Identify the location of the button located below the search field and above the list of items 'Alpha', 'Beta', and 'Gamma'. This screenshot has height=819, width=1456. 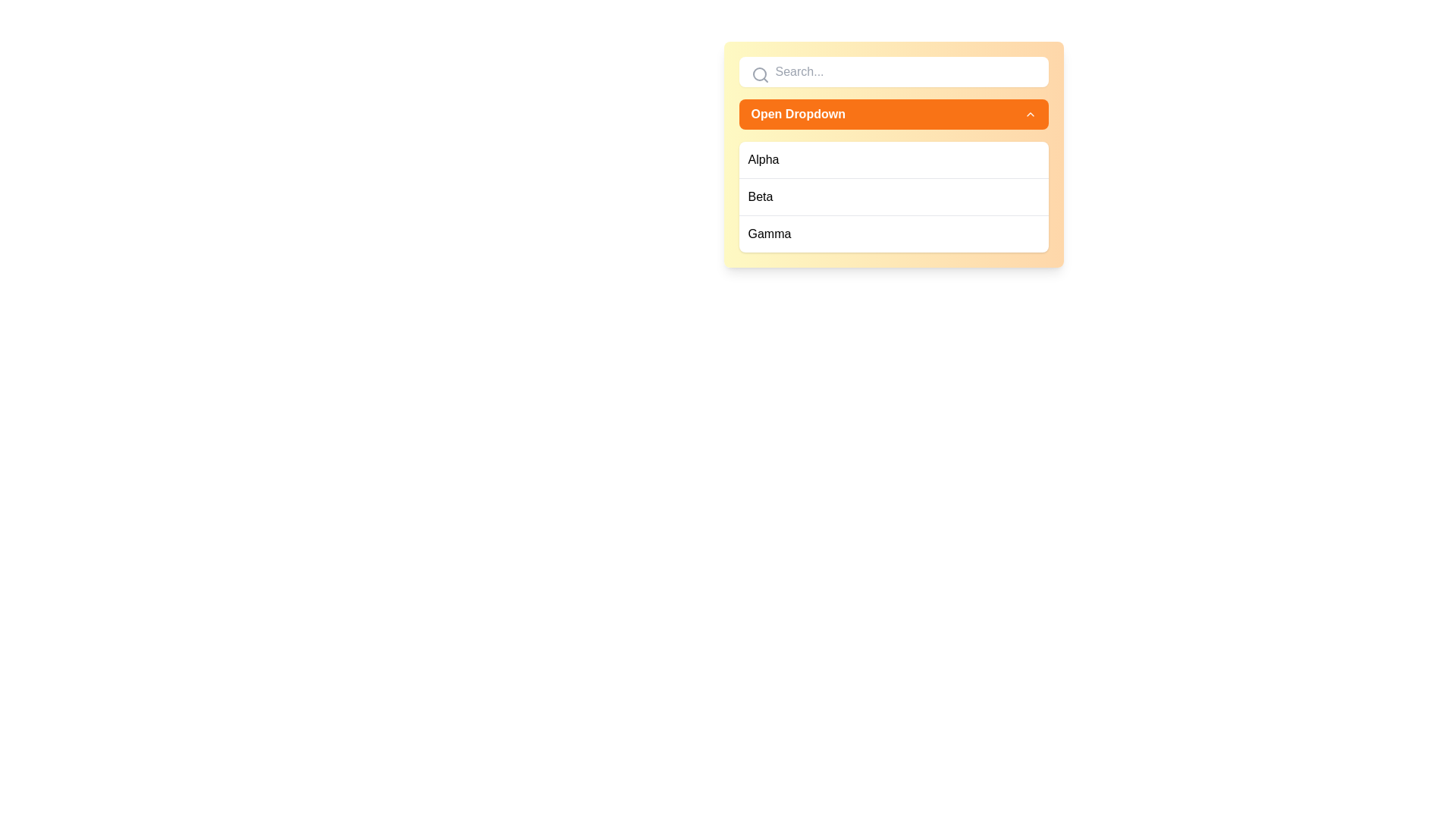
(893, 113).